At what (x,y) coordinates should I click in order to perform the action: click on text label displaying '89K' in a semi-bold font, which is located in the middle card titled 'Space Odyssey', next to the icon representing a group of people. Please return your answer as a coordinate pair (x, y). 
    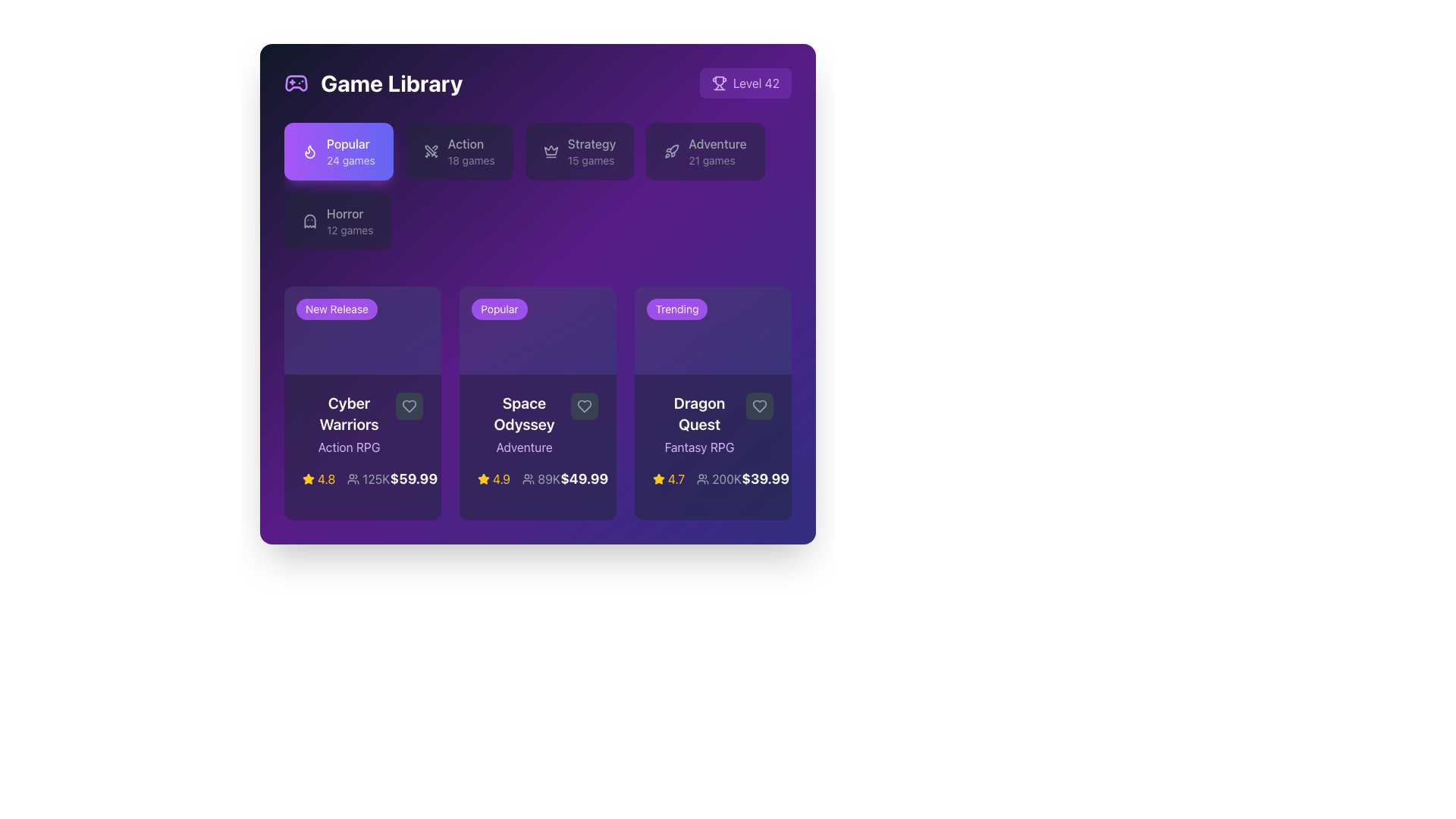
    Looking at the image, I should click on (548, 479).